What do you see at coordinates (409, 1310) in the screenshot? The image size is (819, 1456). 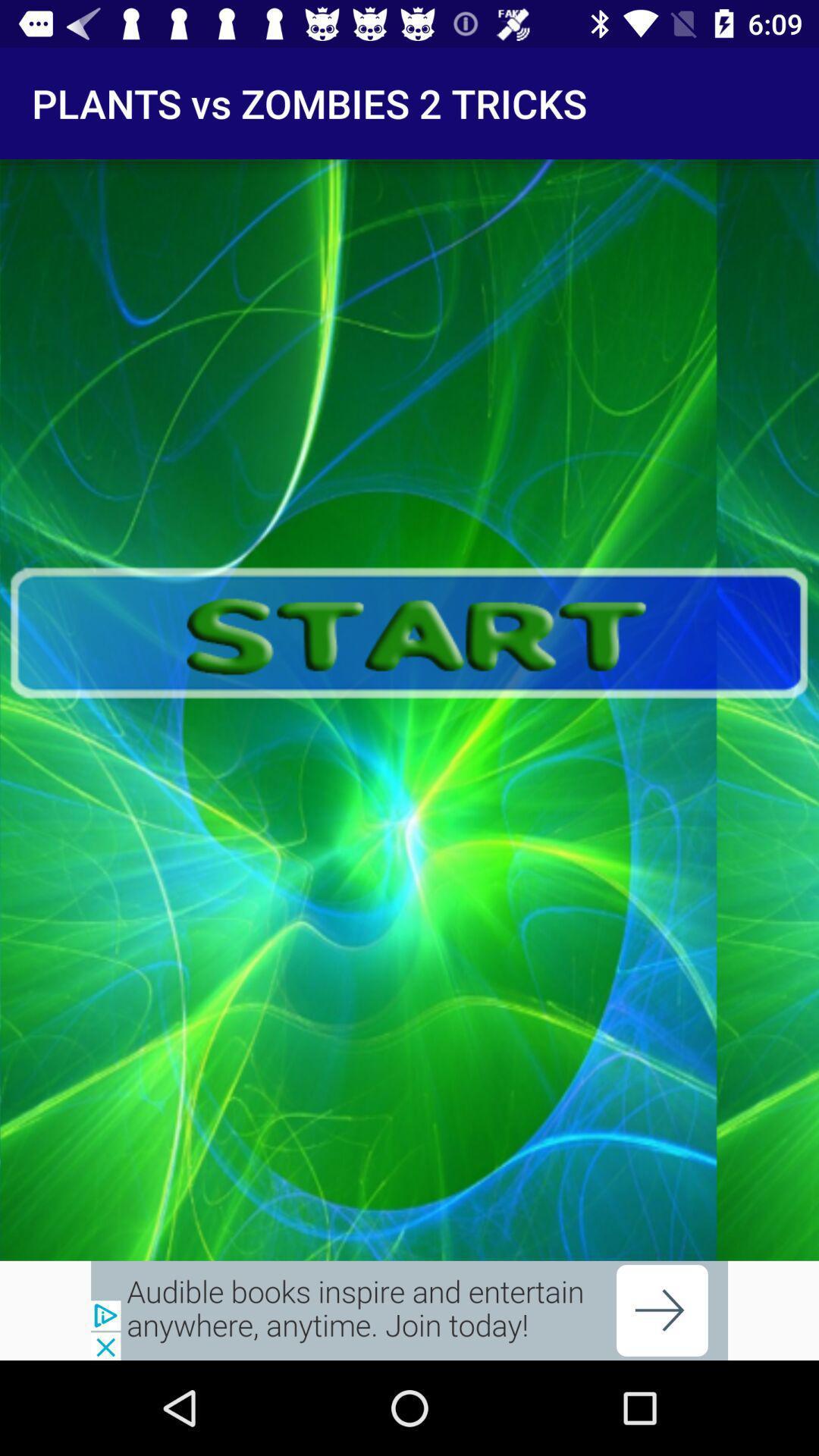 I see `open advertisement` at bounding box center [409, 1310].